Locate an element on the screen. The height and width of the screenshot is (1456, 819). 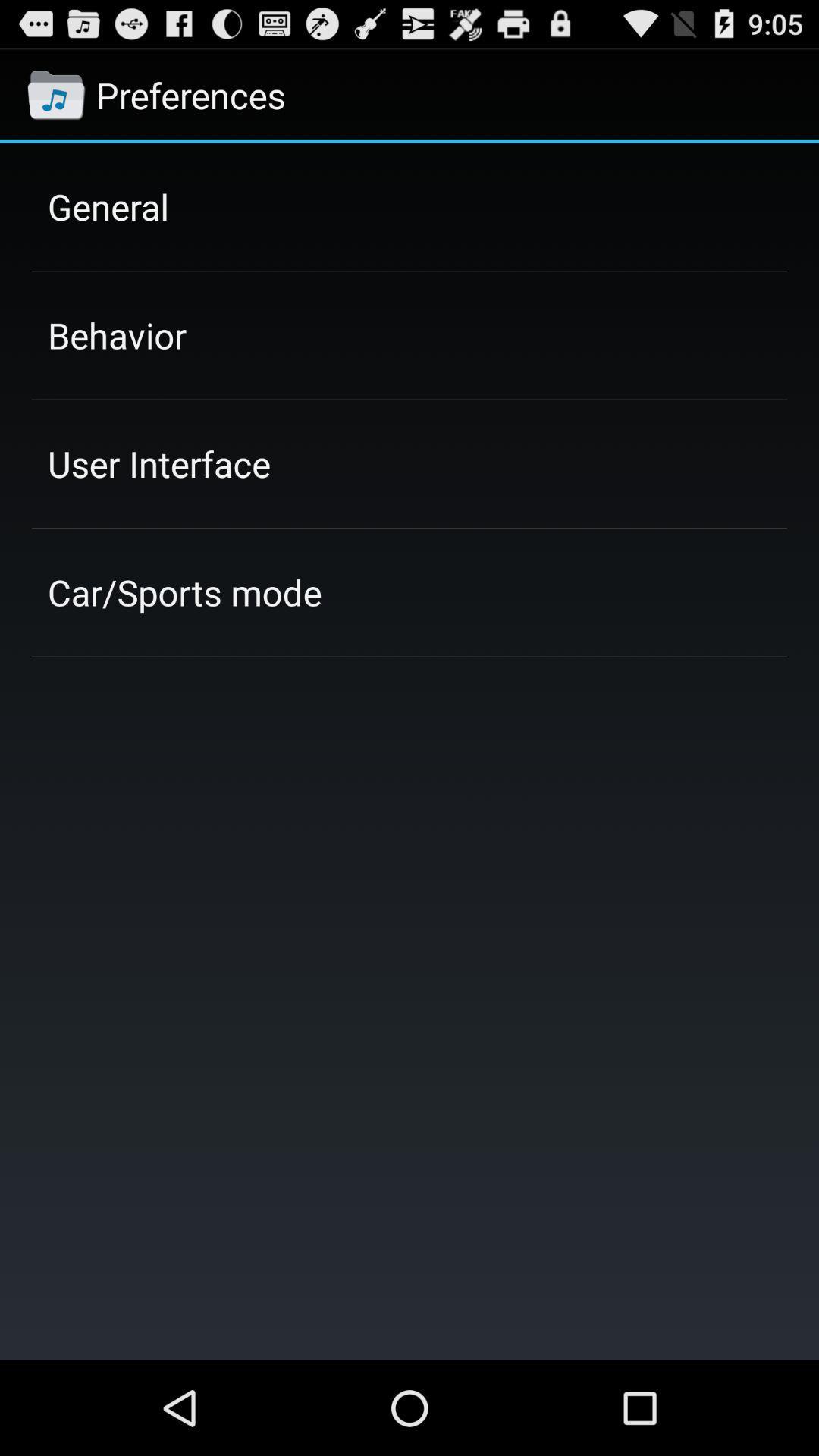
the item above the car/sports mode icon is located at coordinates (158, 463).